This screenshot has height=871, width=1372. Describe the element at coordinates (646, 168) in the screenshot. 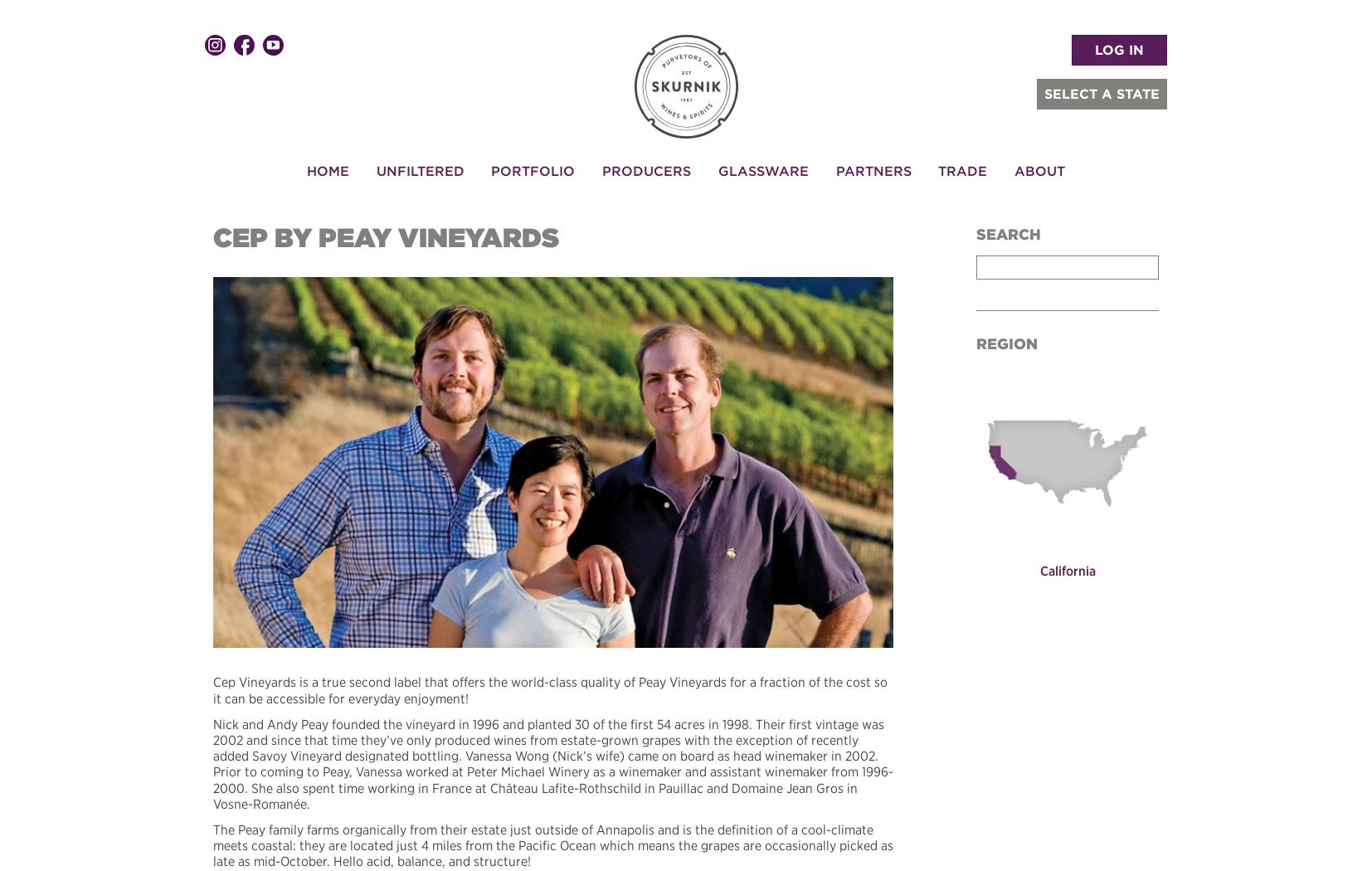

I see `'Producers'` at that location.